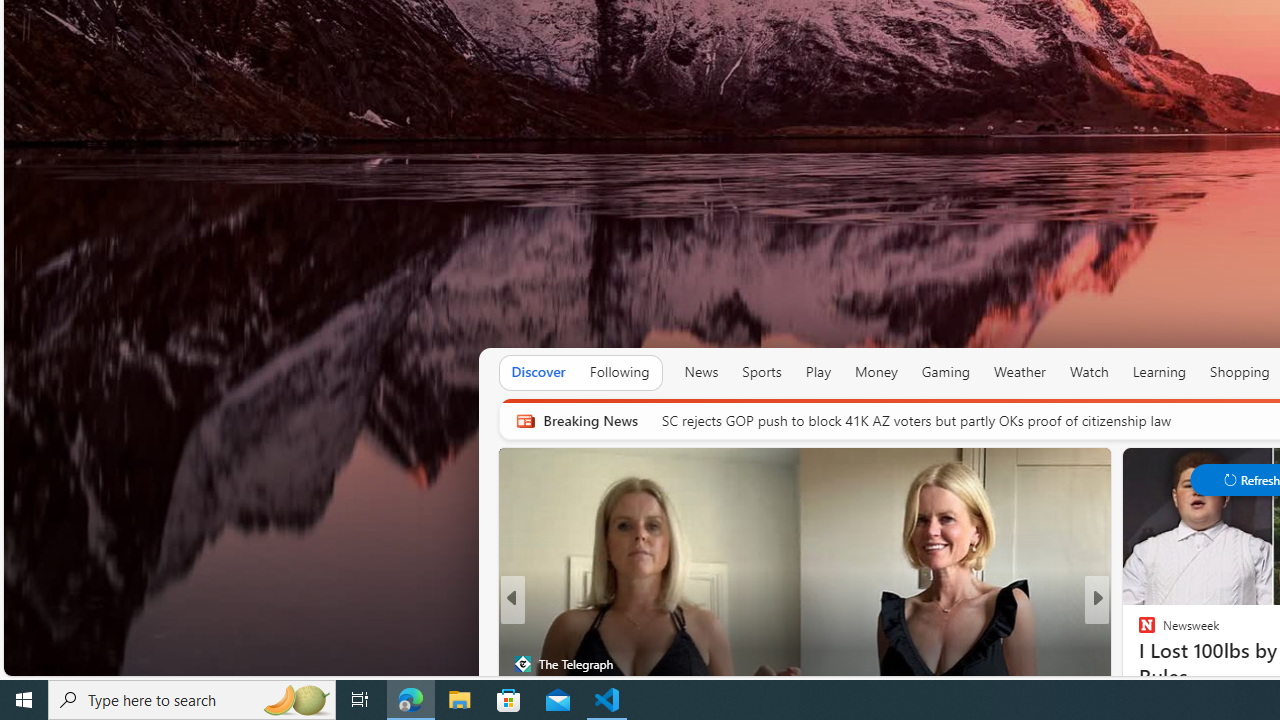 The image size is (1280, 720). What do you see at coordinates (817, 371) in the screenshot?
I see `'Play'` at bounding box center [817, 371].